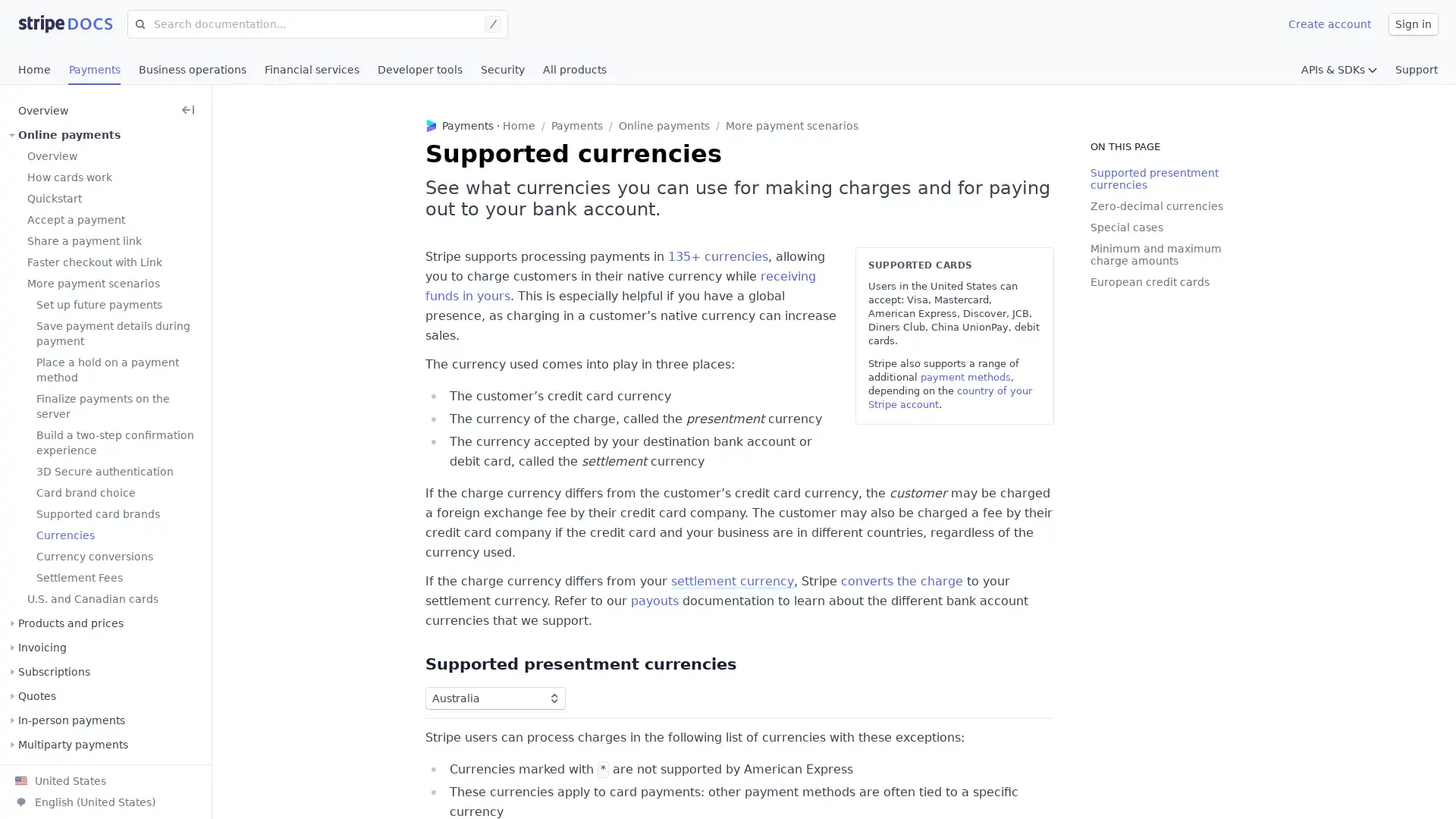 This screenshot has height=819, width=1456. I want to click on APIs & SDKs, so click(1339, 70).